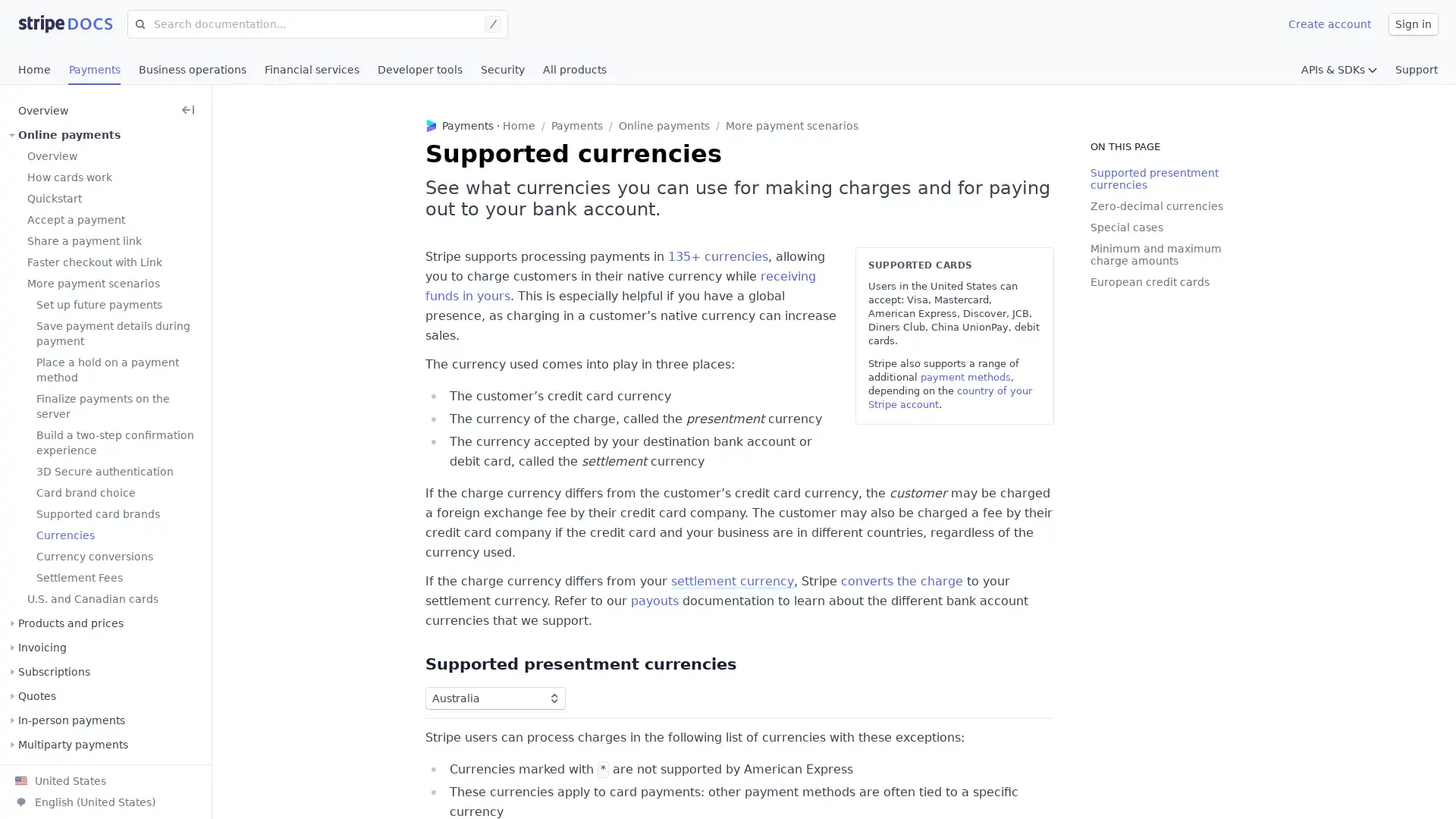 This screenshot has height=819, width=1456. I want to click on APIs & SDKs, so click(1339, 70).